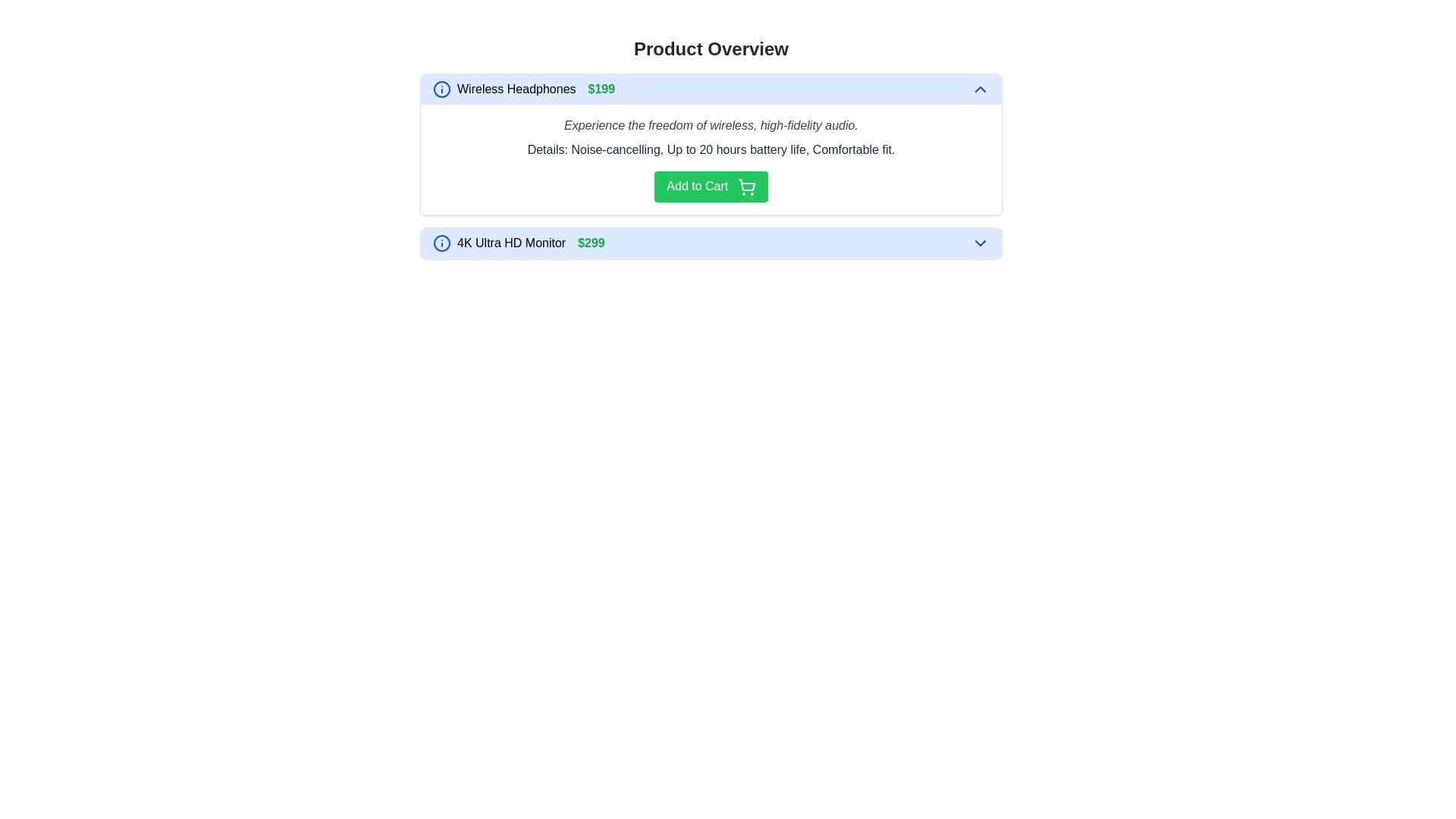 This screenshot has width=1456, height=819. What do you see at coordinates (441, 242) in the screenshot?
I see `the SVG Circle element that serves as a background for the graphical icon on the left side of the 'Wireless Headphones - $199' label` at bounding box center [441, 242].